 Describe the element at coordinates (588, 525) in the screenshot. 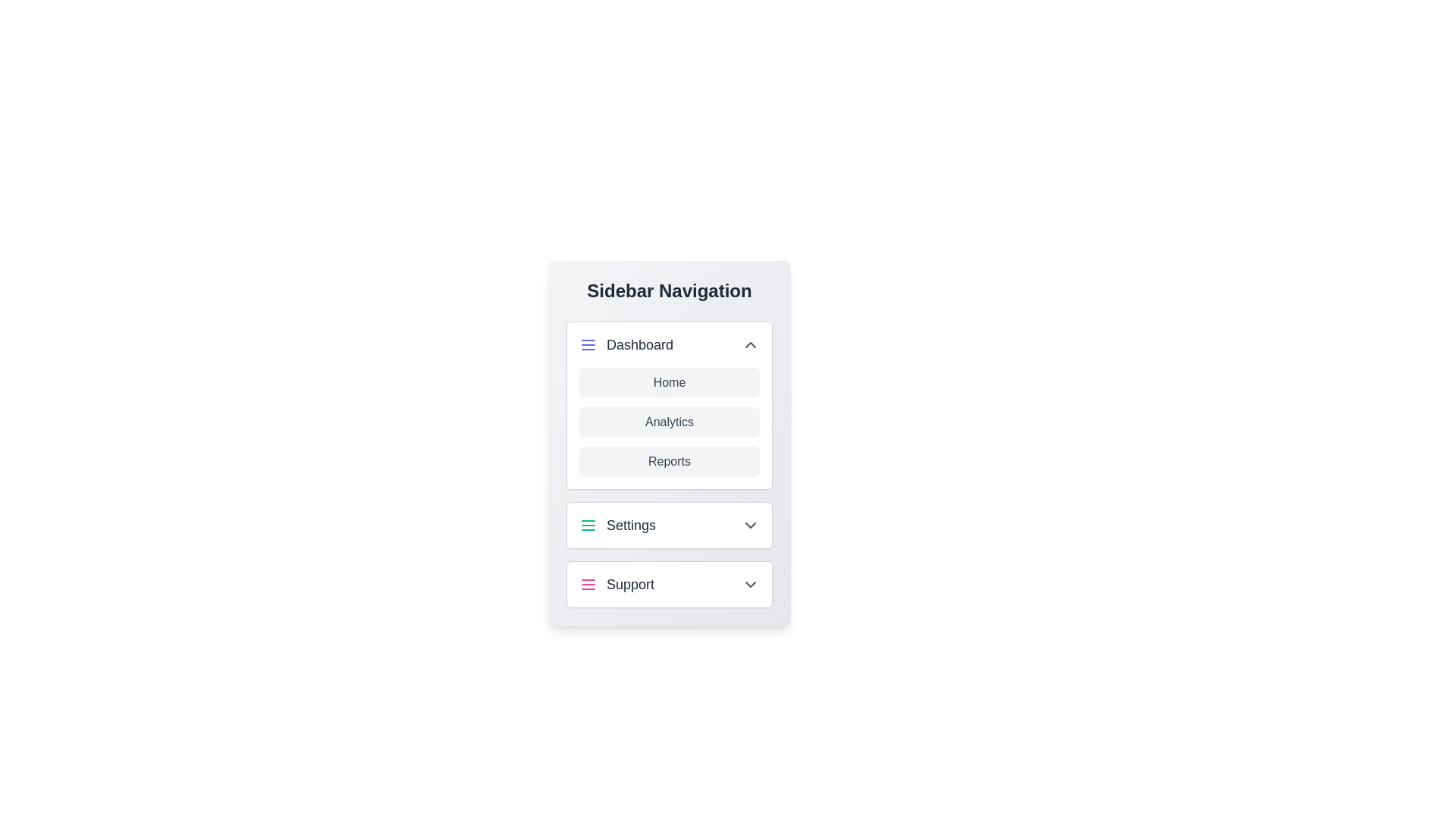

I see `the green settings icon composed of three horizontal lines in the sidebar menu, located next to the 'Settings' label` at that location.